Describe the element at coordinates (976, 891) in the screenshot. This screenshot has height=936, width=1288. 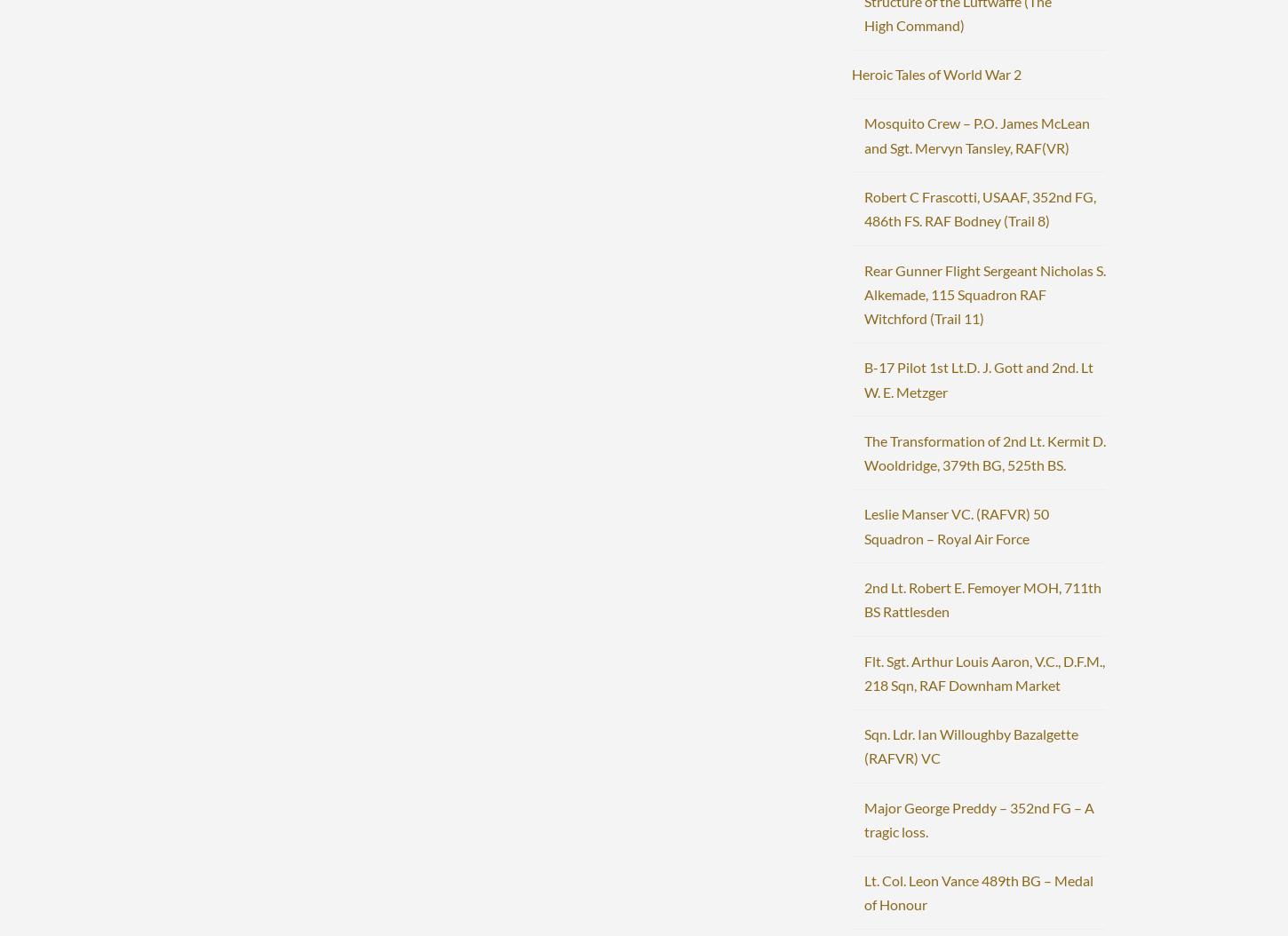
I see `'Lt. Col. Leon Vance 489th BG – Medal of Honour'` at that location.